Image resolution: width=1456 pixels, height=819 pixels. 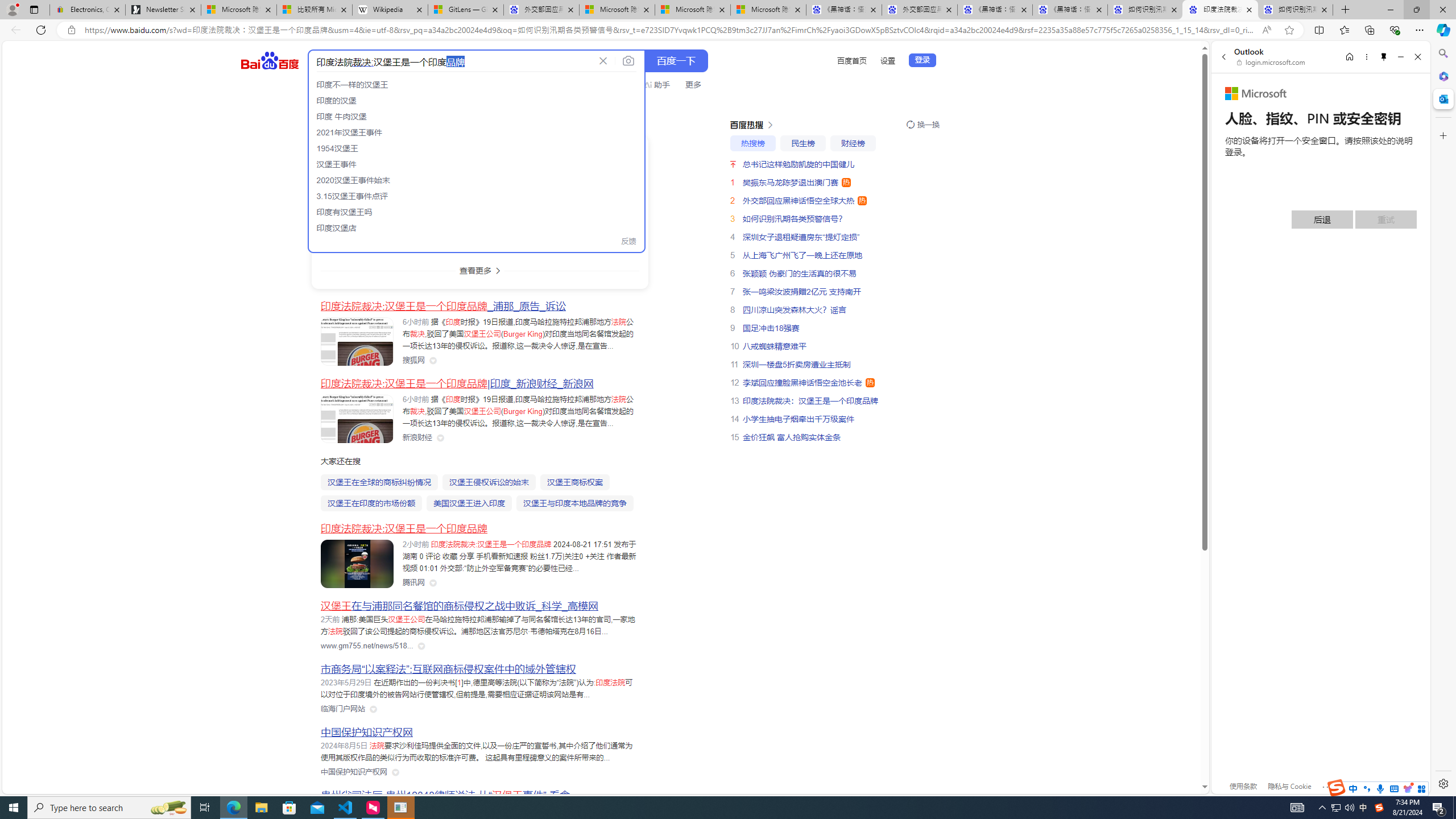 What do you see at coordinates (162, 9) in the screenshot?
I see `'Newsletter Sign Up'` at bounding box center [162, 9].